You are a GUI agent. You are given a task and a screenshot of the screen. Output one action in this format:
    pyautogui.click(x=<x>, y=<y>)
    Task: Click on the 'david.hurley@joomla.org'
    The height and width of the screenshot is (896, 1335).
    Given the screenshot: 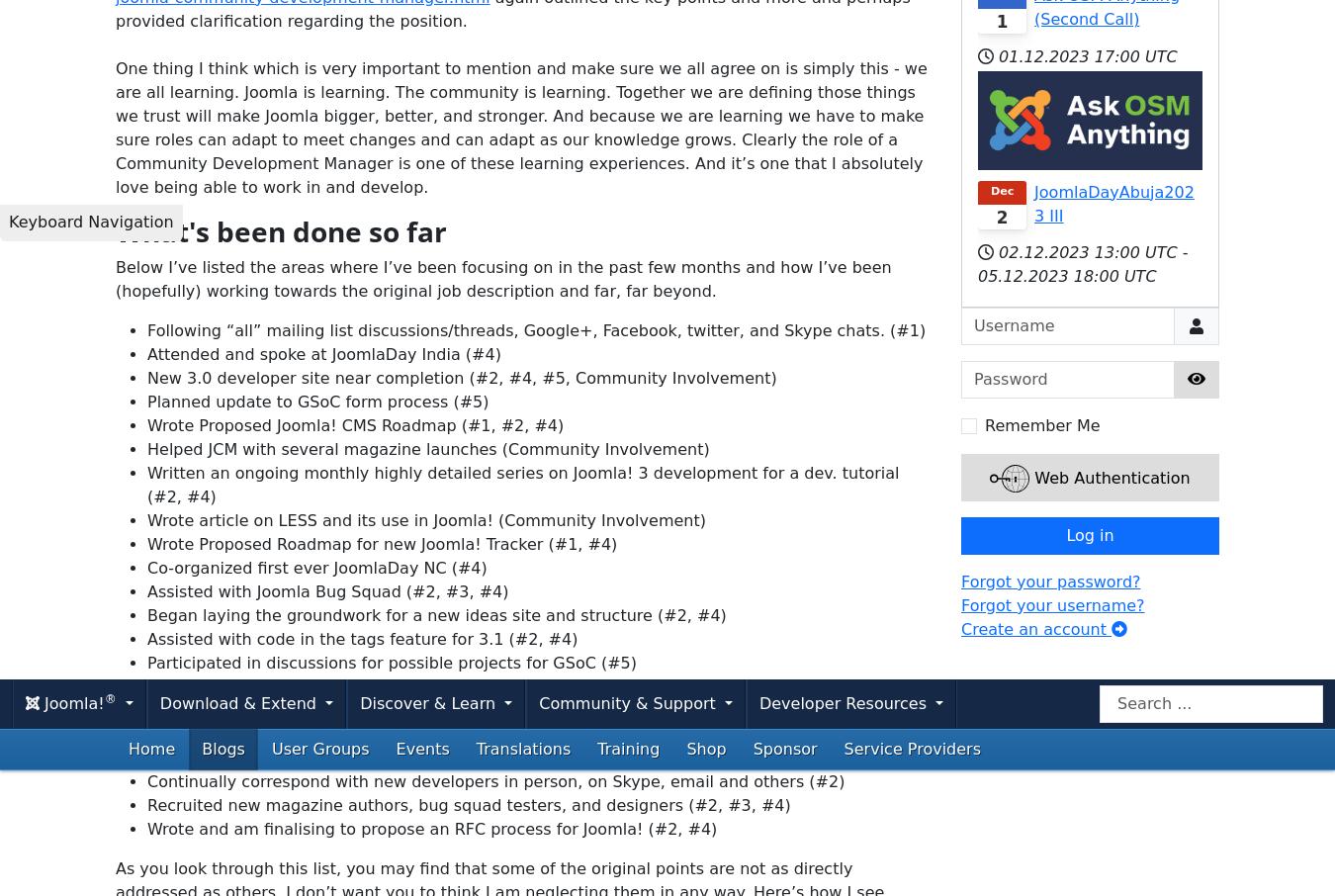 What is the action you would take?
    pyautogui.click(x=745, y=459)
    